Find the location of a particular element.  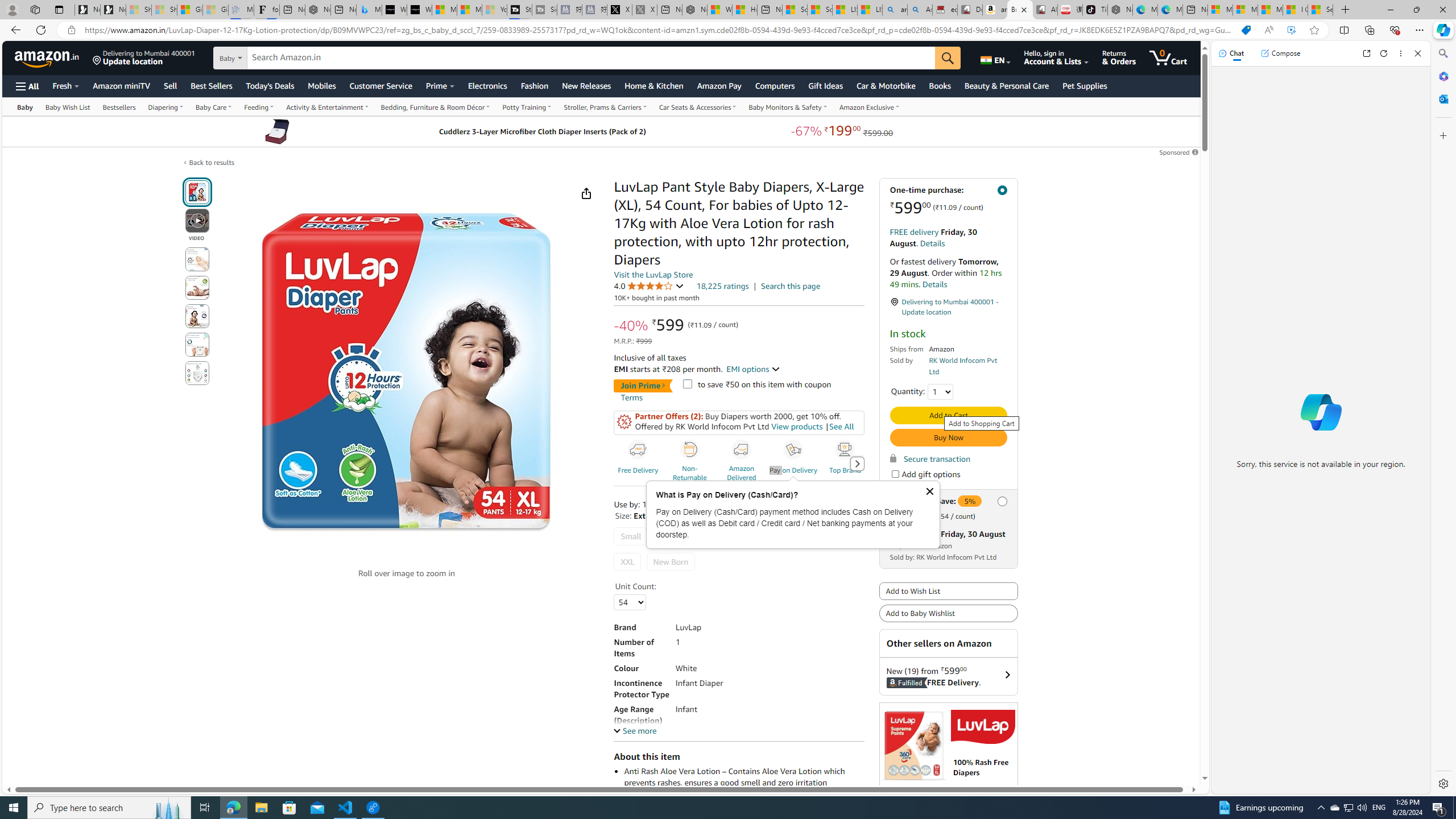

'Huge shark washes ashore at New York City beach | Watch' is located at coordinates (744, 9).